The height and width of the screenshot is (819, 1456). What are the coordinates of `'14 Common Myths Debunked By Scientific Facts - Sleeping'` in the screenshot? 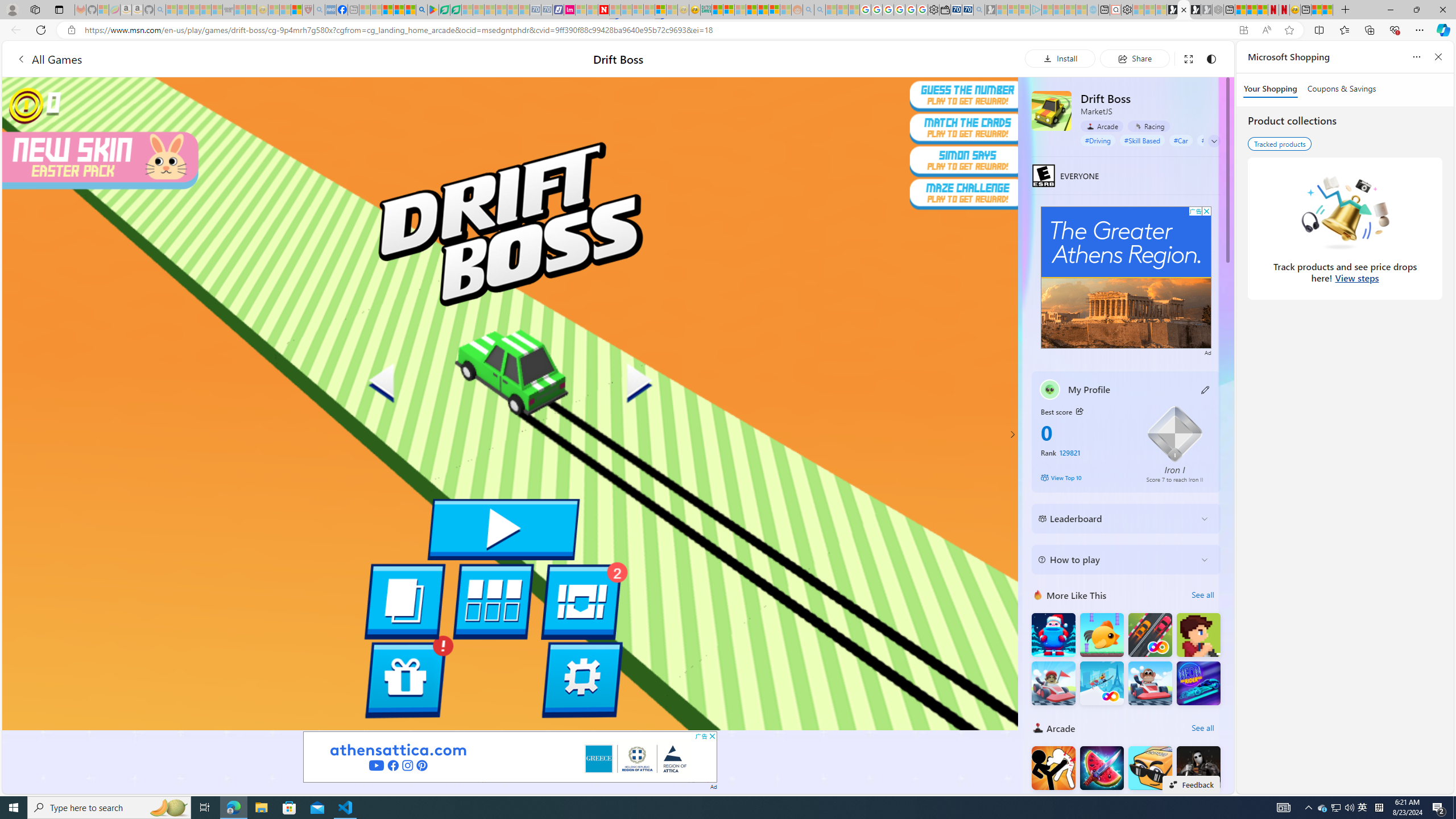 It's located at (626, 9).